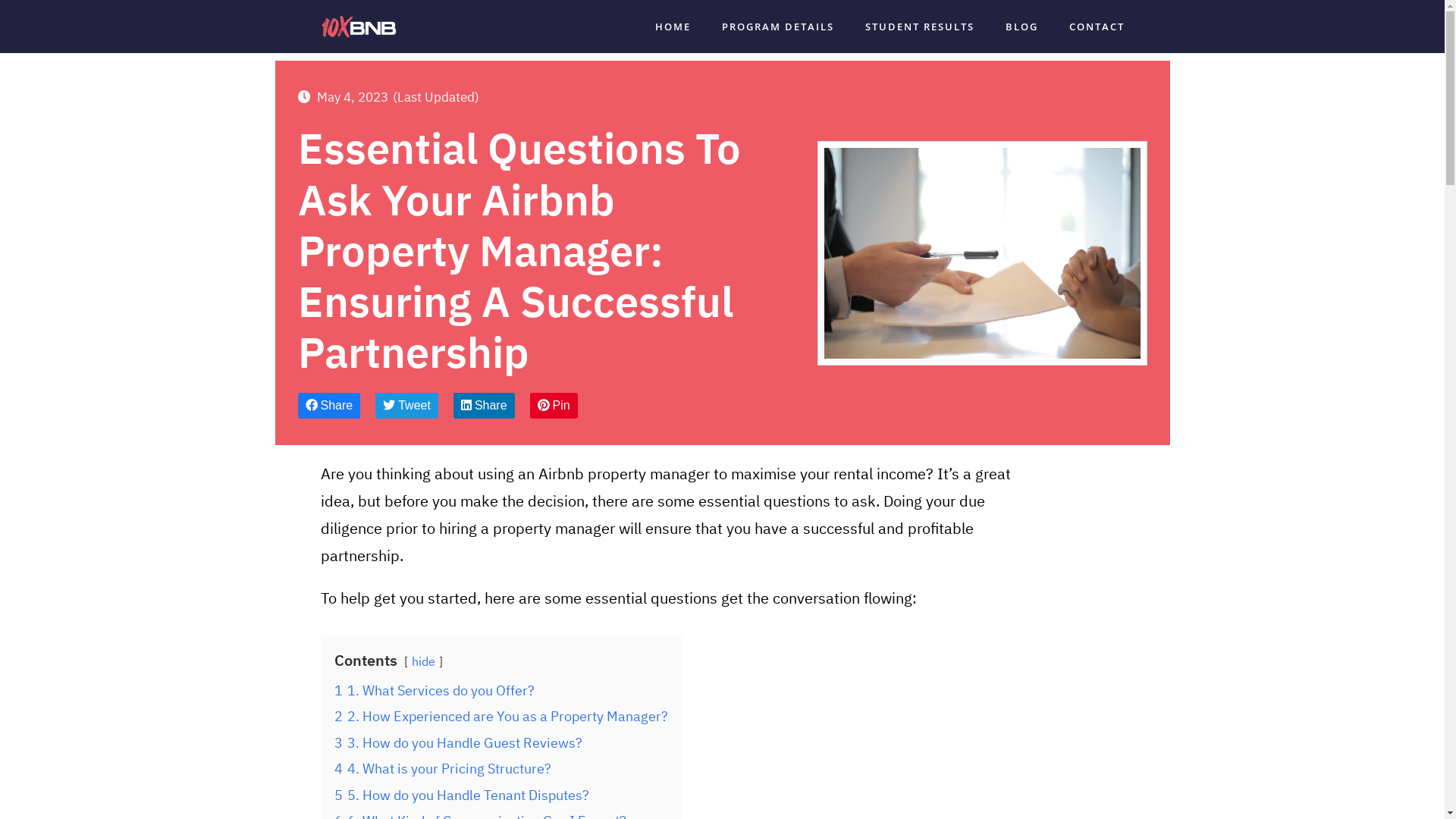 The width and height of the screenshot is (1456, 819). What do you see at coordinates (1005, 26) in the screenshot?
I see `'BLOG'` at bounding box center [1005, 26].